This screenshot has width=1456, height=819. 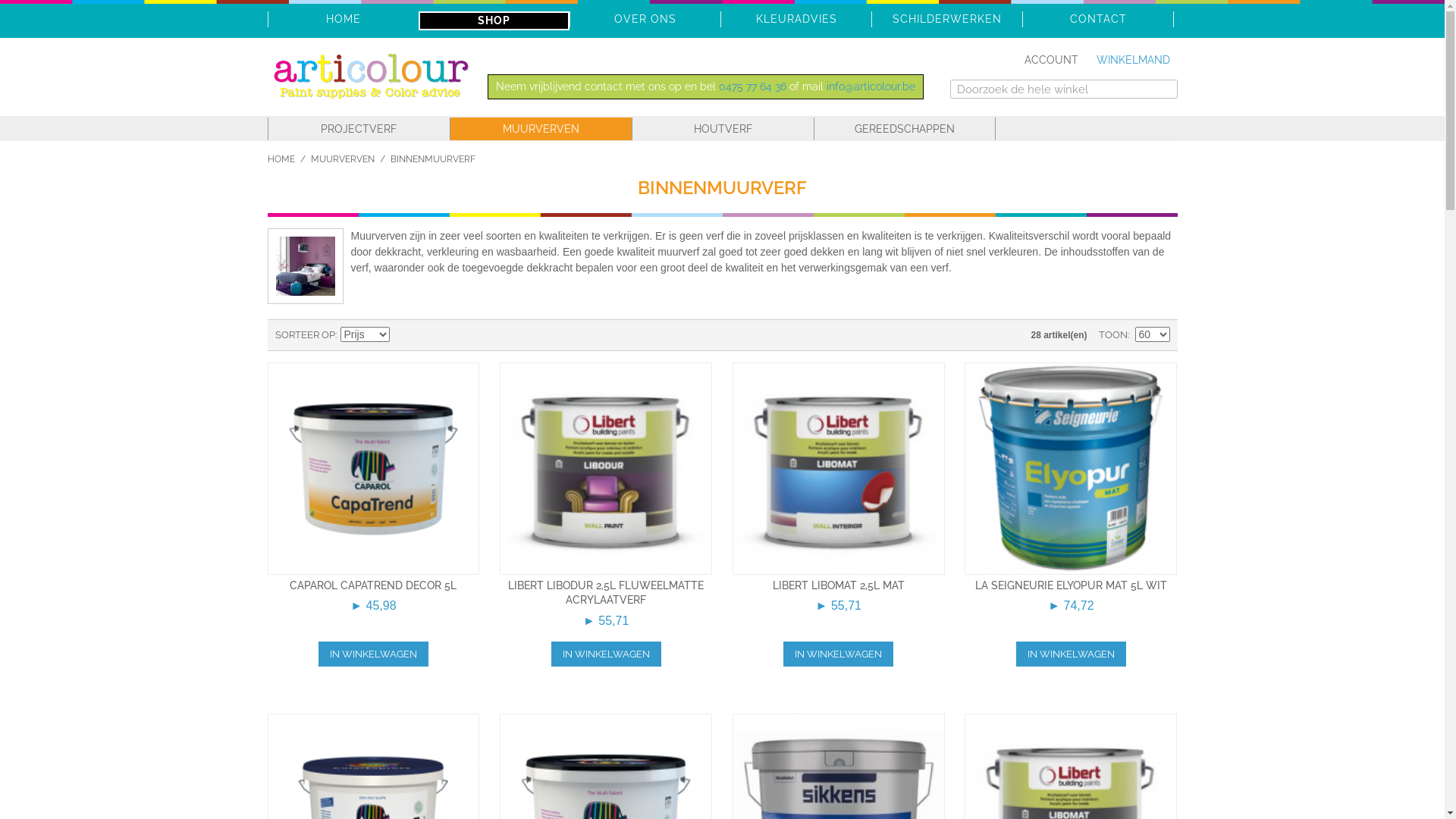 I want to click on 'IN WINKELWAGEN', so click(x=550, y=653).